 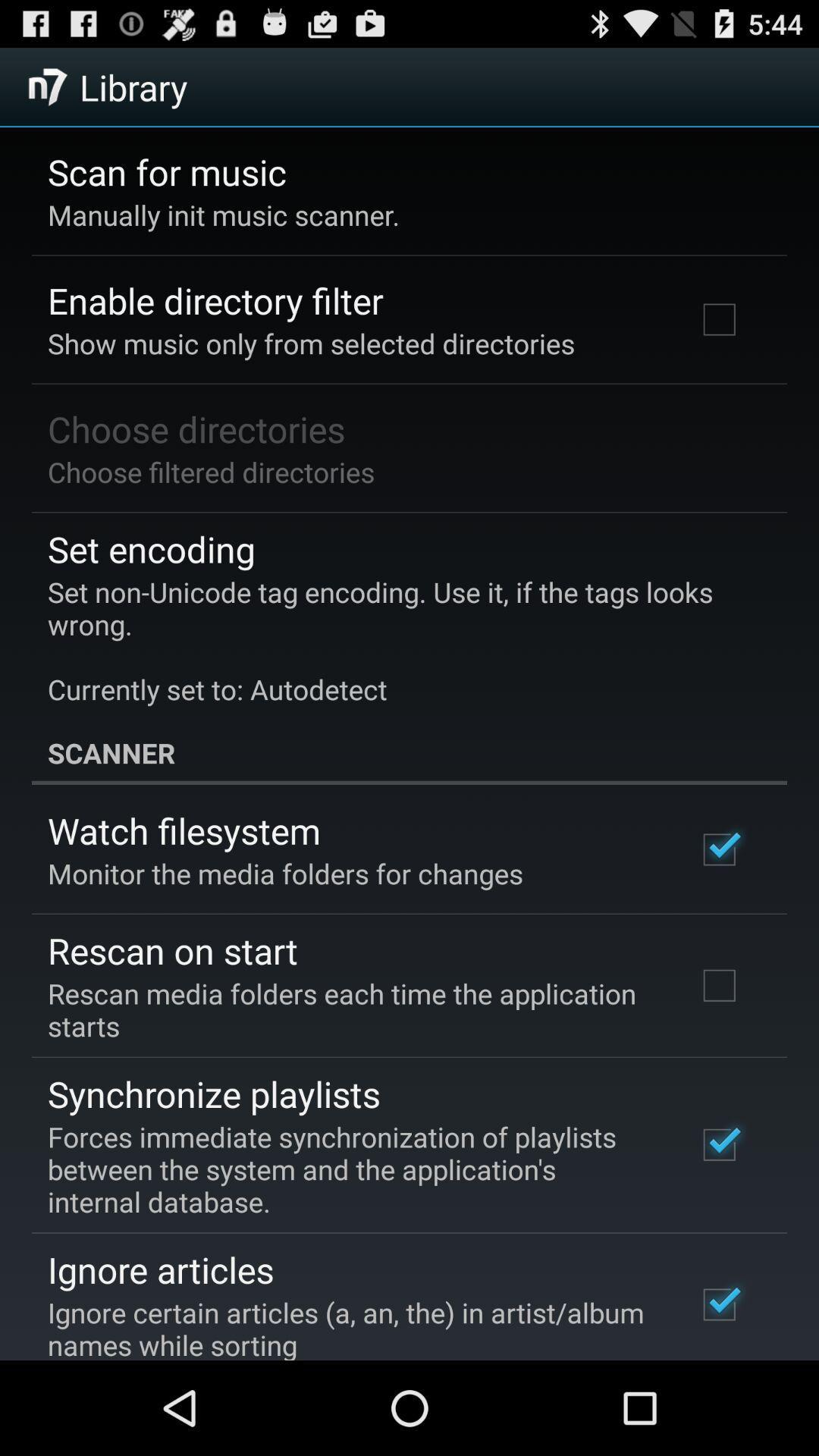 I want to click on synchronize playlists app, so click(x=214, y=1094).